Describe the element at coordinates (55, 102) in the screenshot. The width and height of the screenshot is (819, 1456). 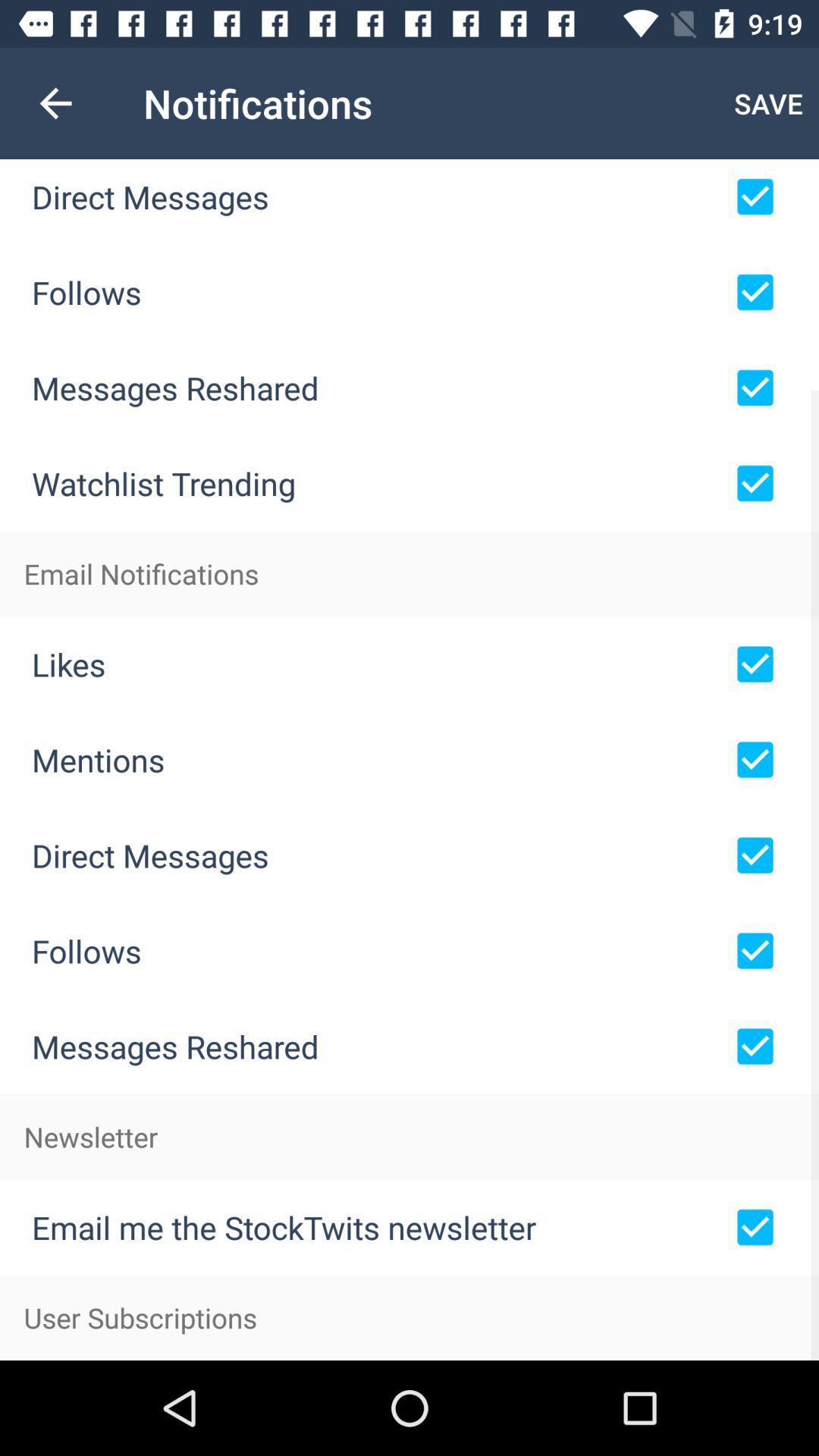
I see `the icon next to the notifications` at that location.